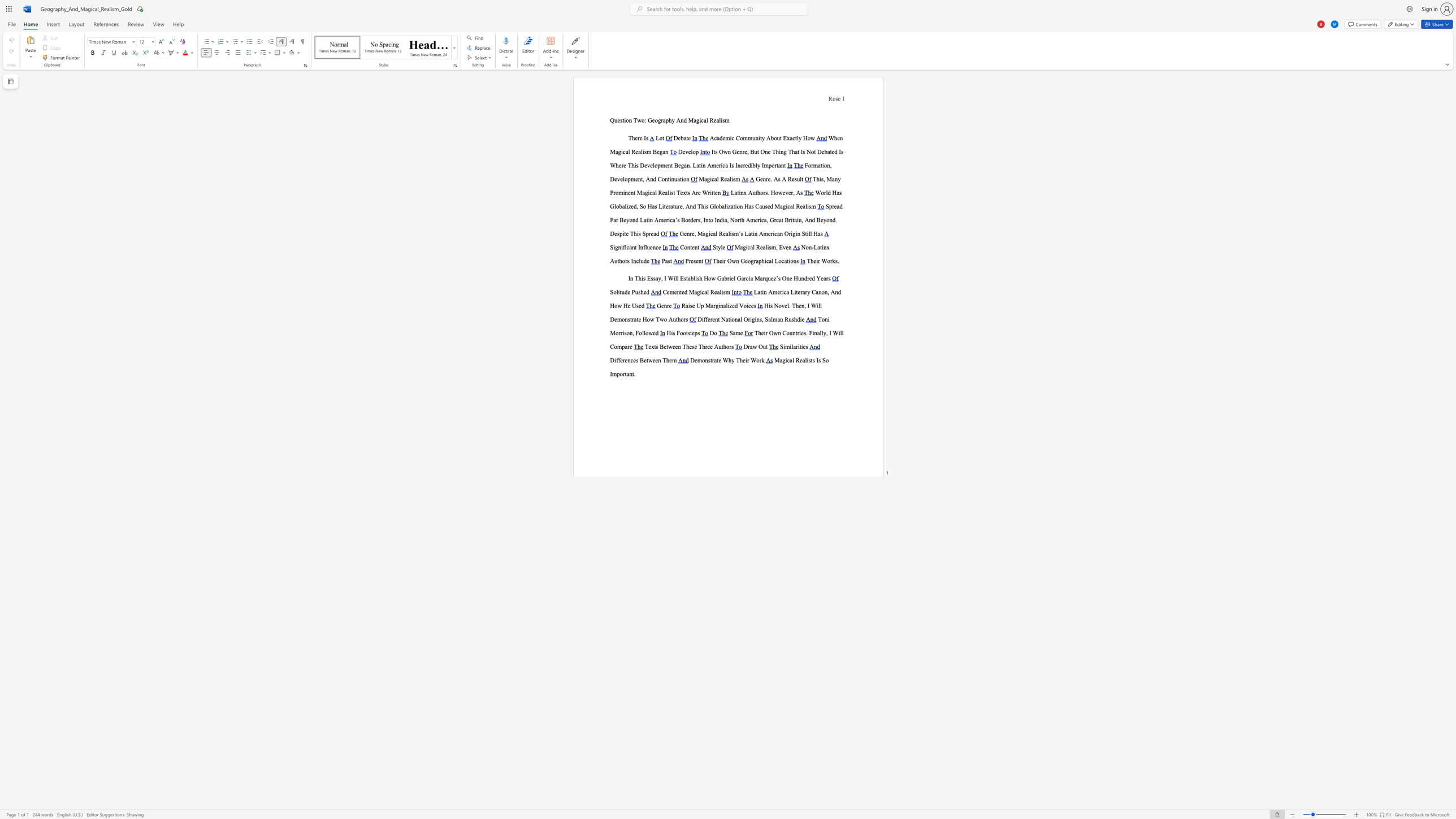  What do you see at coordinates (837, 138) in the screenshot?
I see `the subset text "en Magical Realism Be" within the text "When Magical Realism Began"` at bounding box center [837, 138].